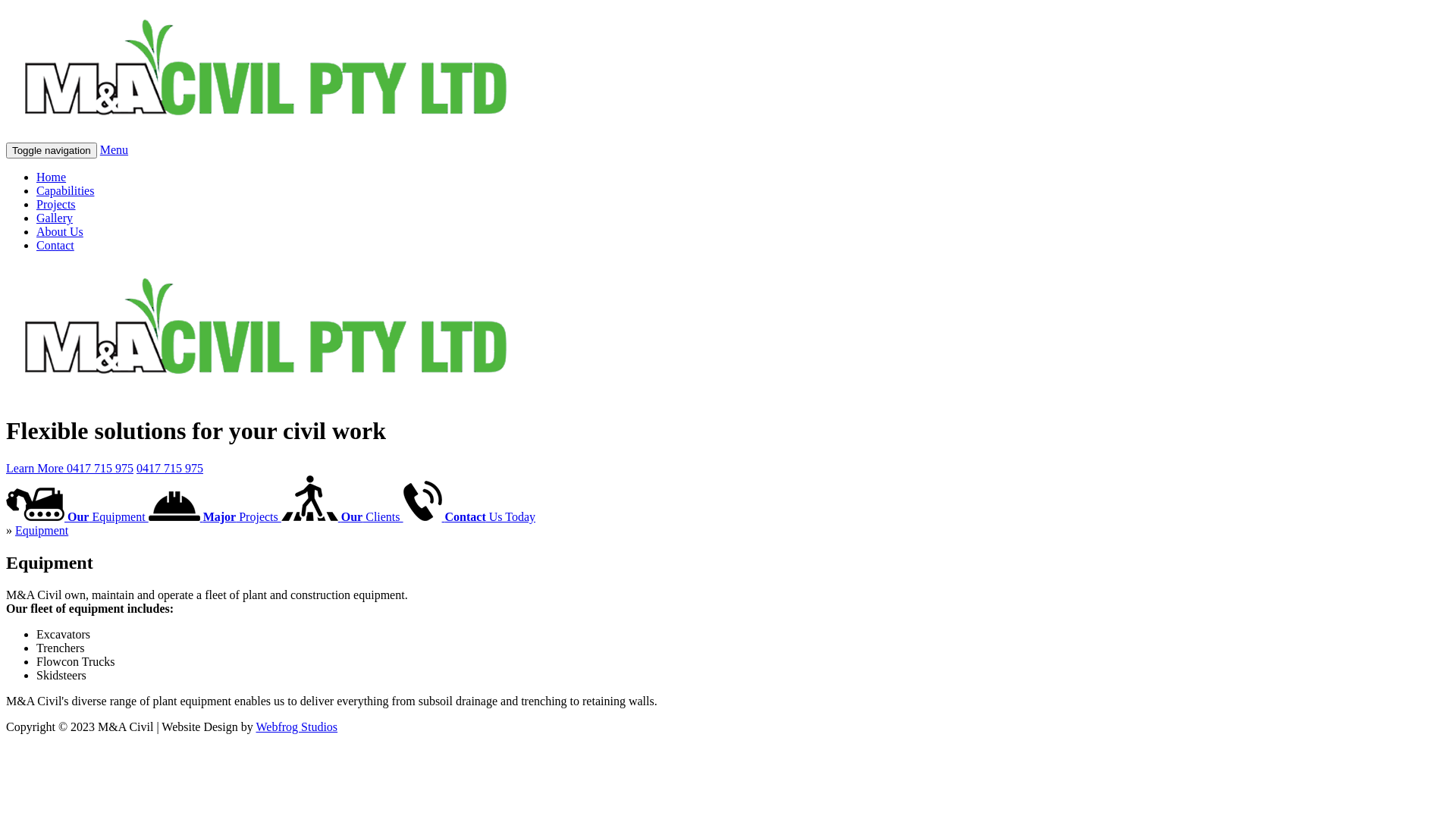 Image resolution: width=1456 pixels, height=819 pixels. Describe the element at coordinates (59, 231) in the screenshot. I see `'About Us'` at that location.